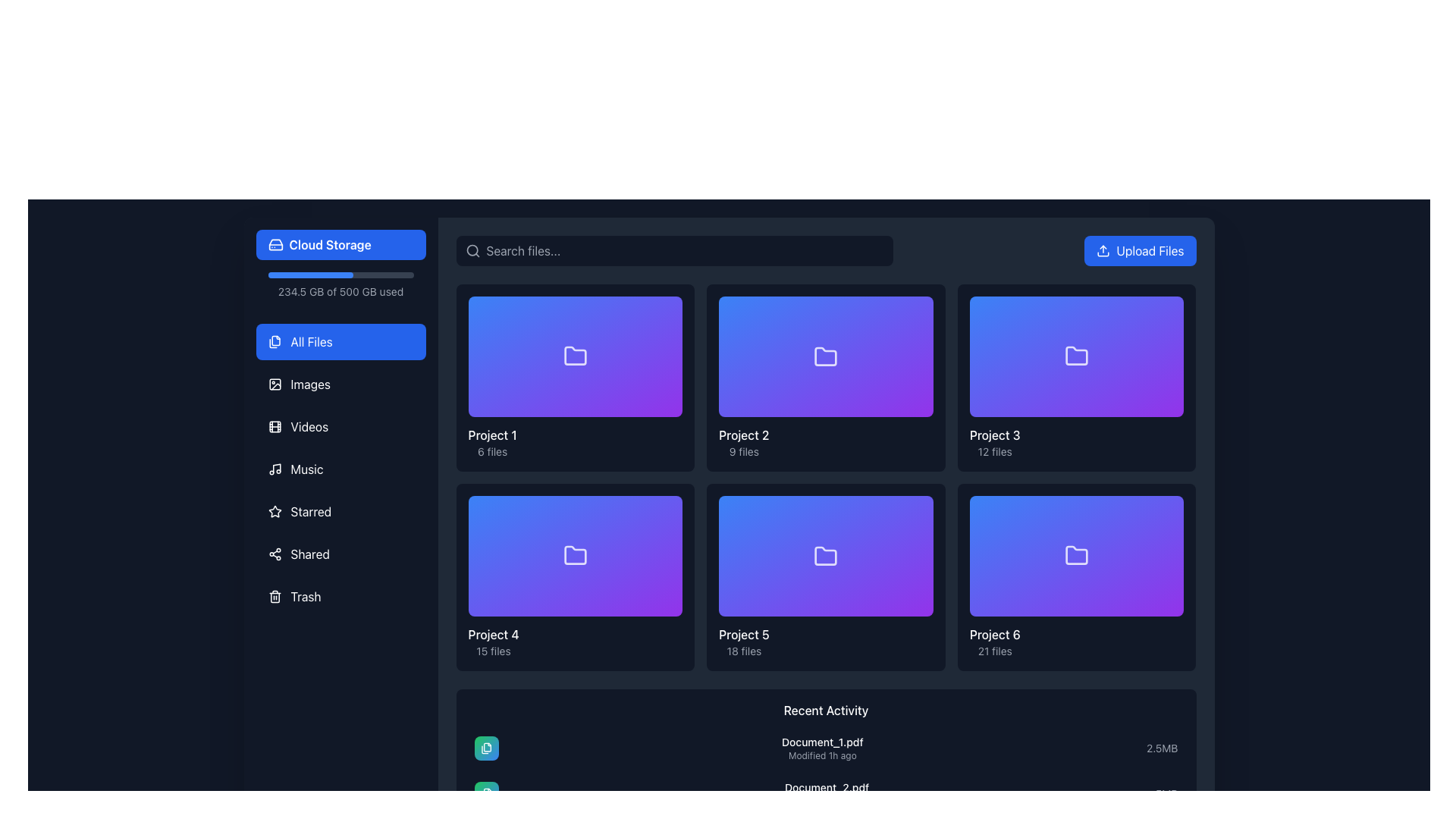  I want to click on informational text label indicating the count of items in the highlighted project folder located at the bottom of the 'Project 4' card, so click(494, 651).